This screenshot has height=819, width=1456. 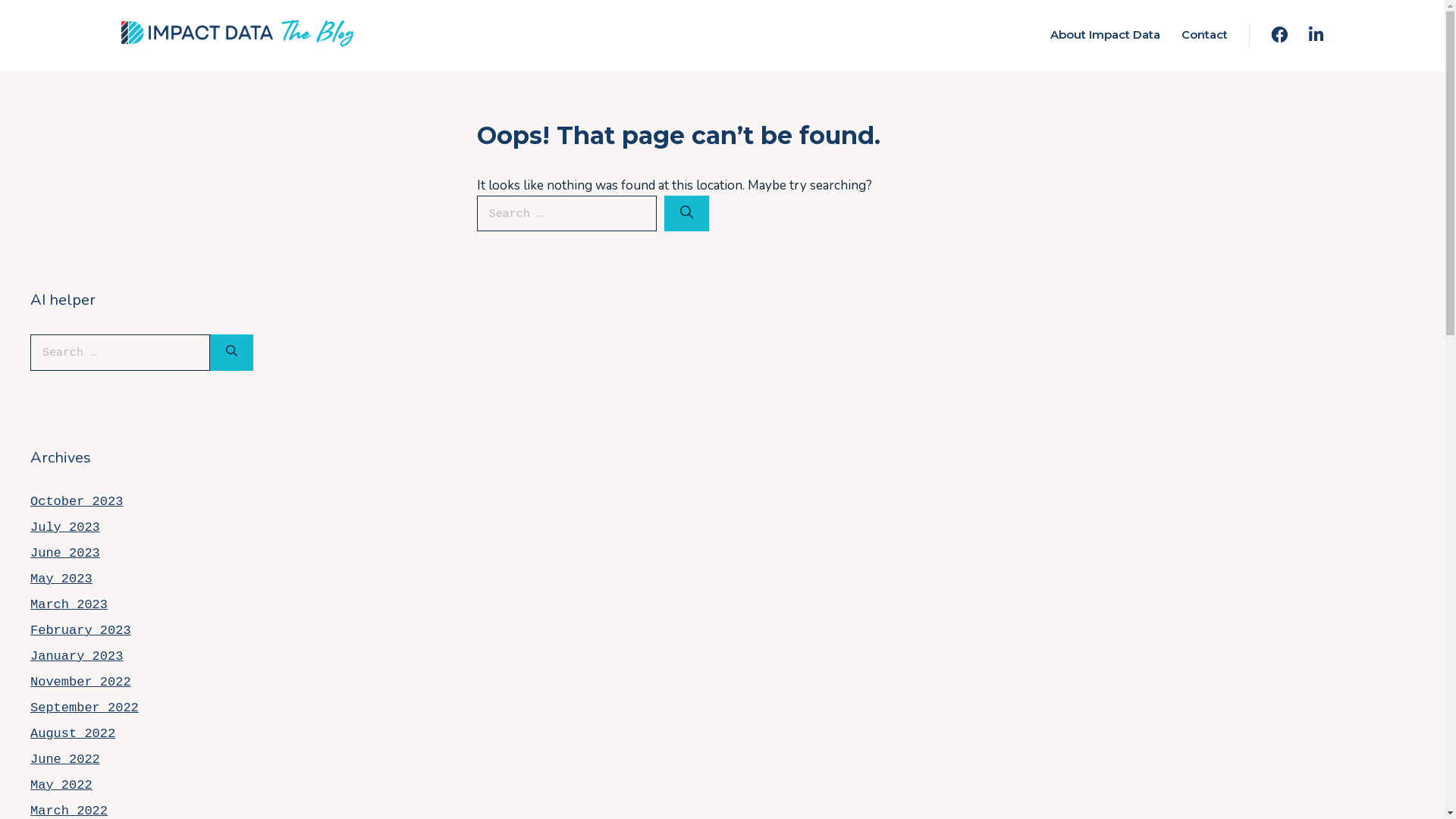 What do you see at coordinates (68, 810) in the screenshot?
I see `'March 2022'` at bounding box center [68, 810].